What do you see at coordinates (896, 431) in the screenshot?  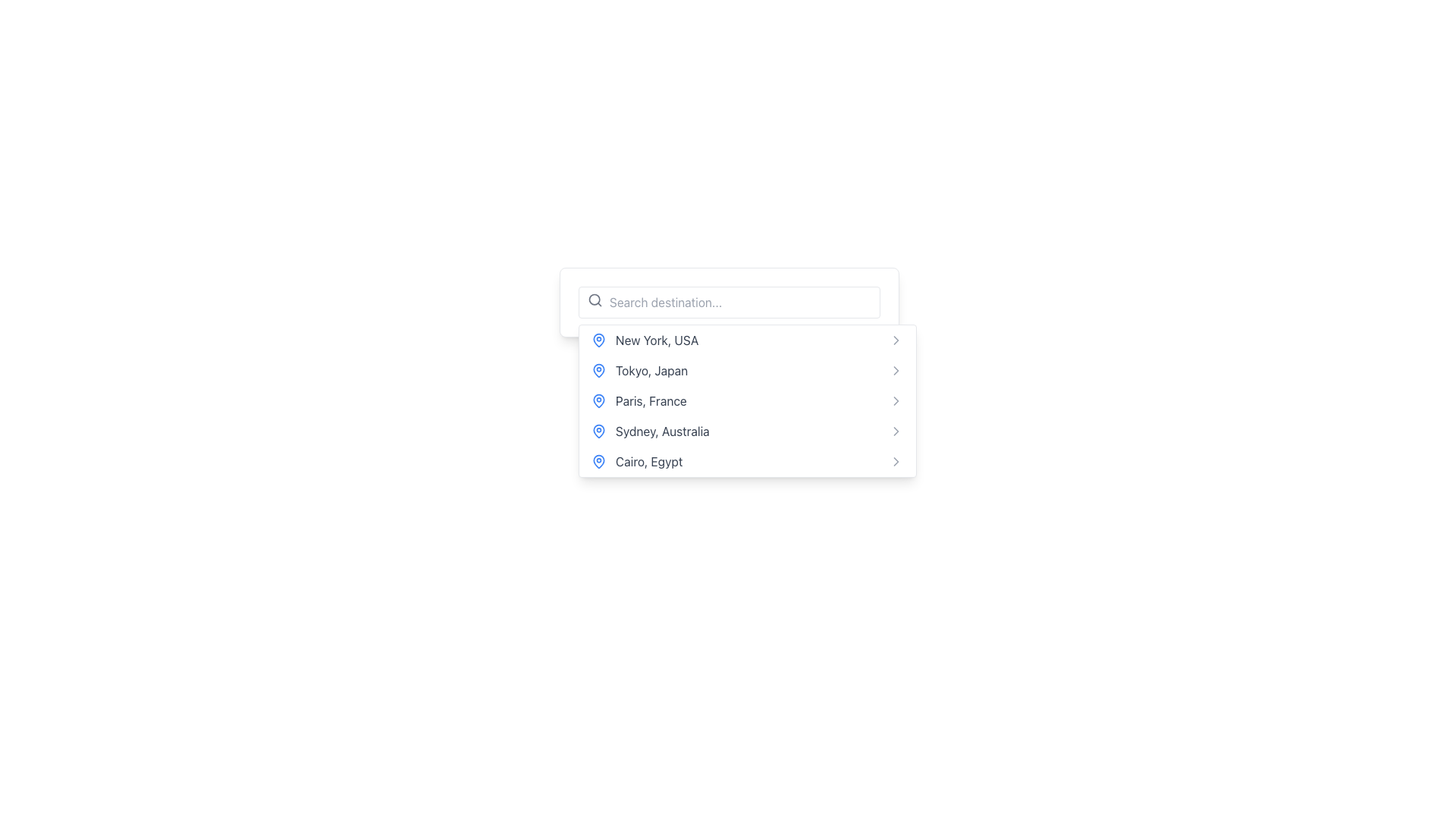 I see `the rightward chevron icon located next to the text 'Sydney, Australia' in the dropdown menu, which is the fourth icon in the list of destinations` at bounding box center [896, 431].